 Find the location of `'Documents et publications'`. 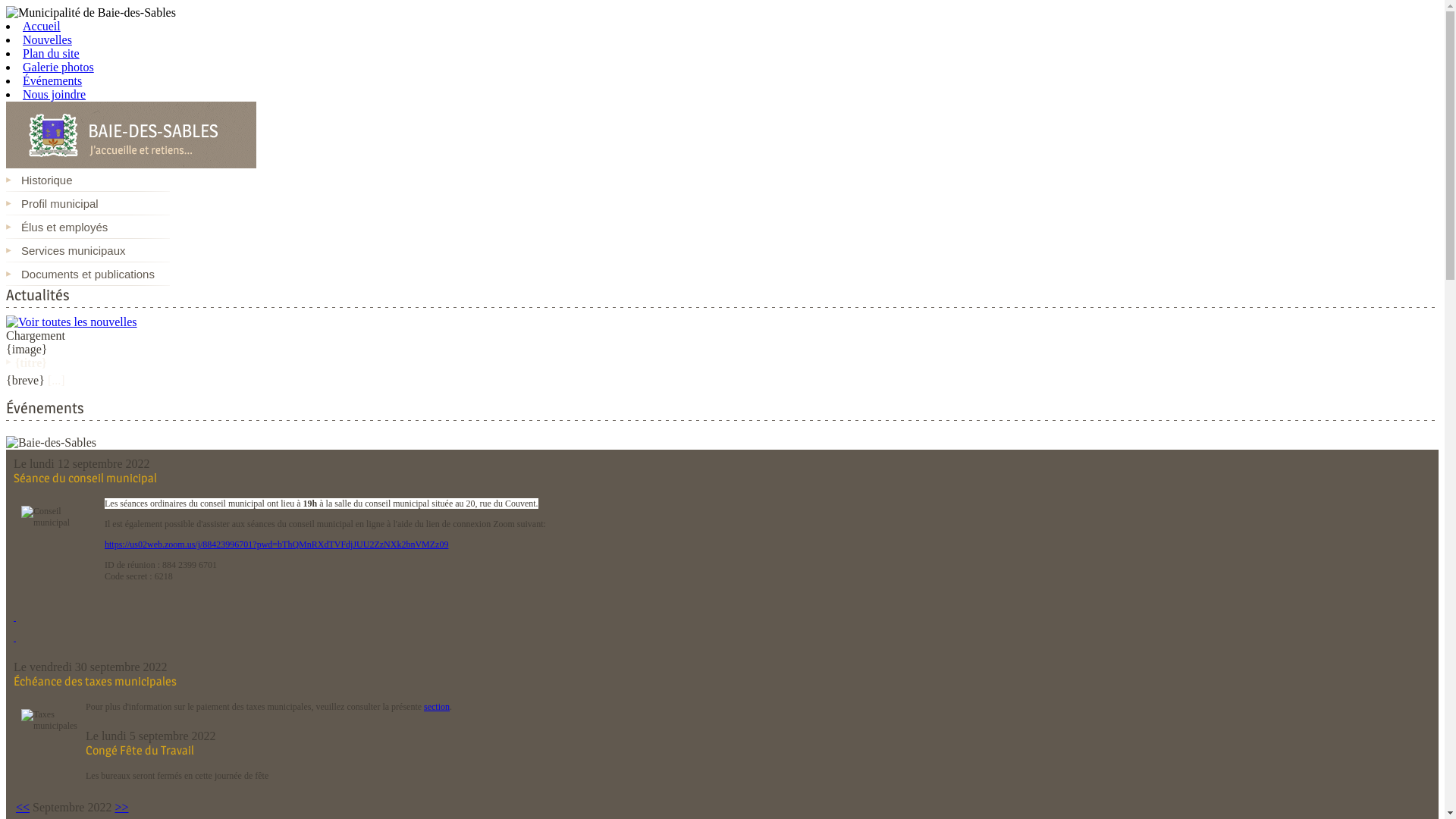

'Documents et publications' is located at coordinates (6, 274).